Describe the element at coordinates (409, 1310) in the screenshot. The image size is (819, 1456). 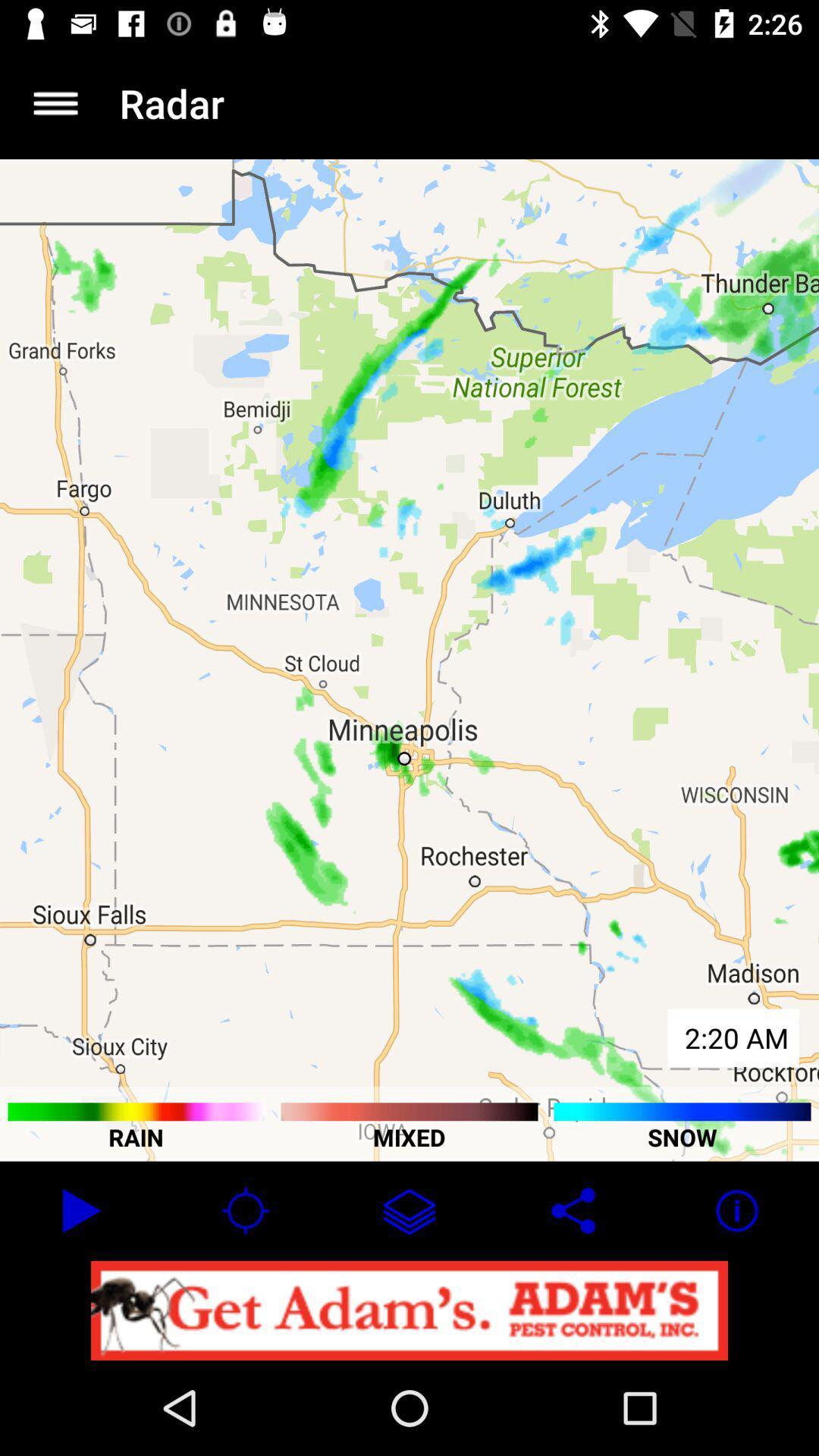
I see `open advertisement link` at that location.